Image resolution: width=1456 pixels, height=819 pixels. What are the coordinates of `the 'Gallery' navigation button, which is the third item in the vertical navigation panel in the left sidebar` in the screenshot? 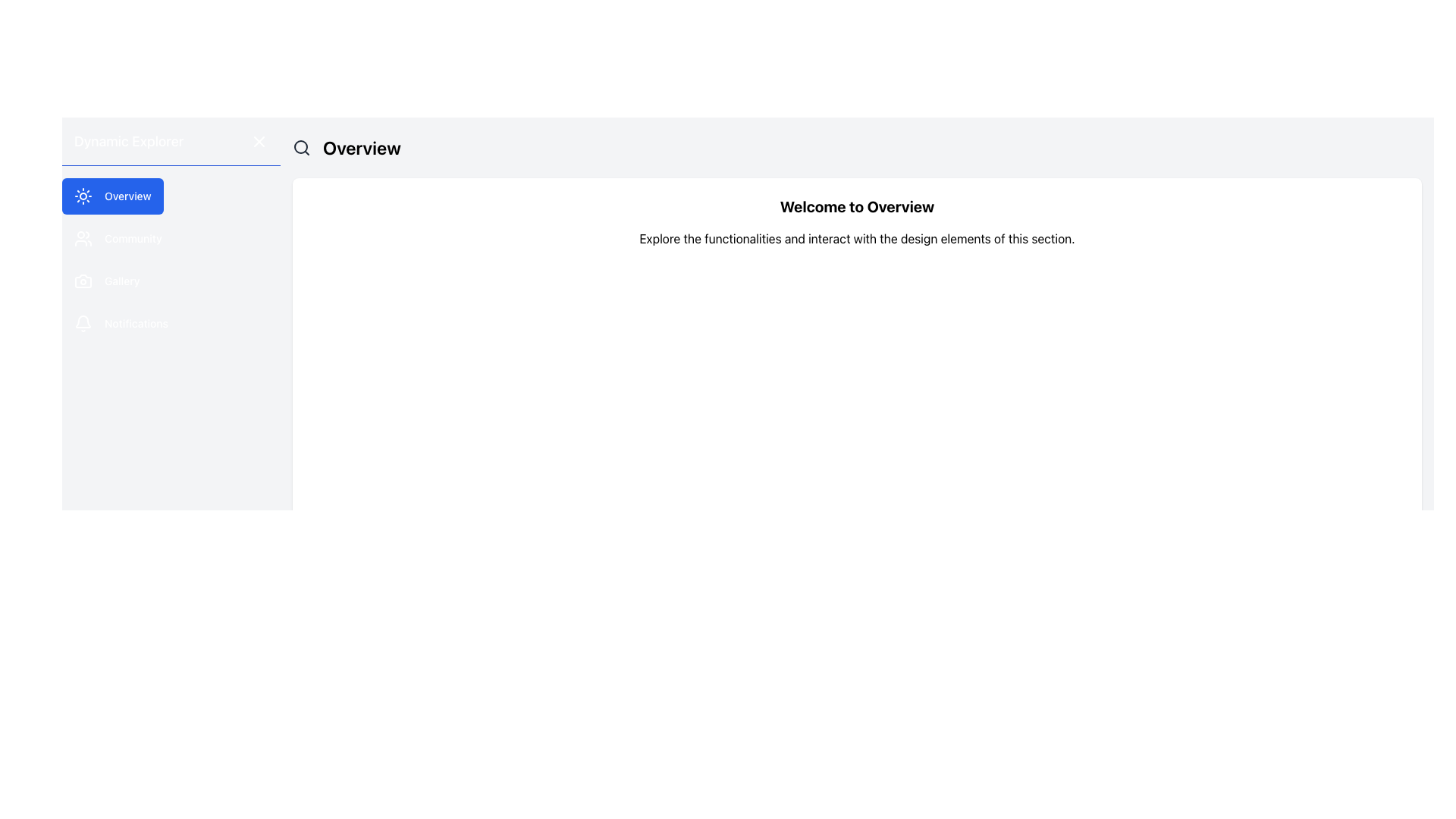 It's located at (106, 281).